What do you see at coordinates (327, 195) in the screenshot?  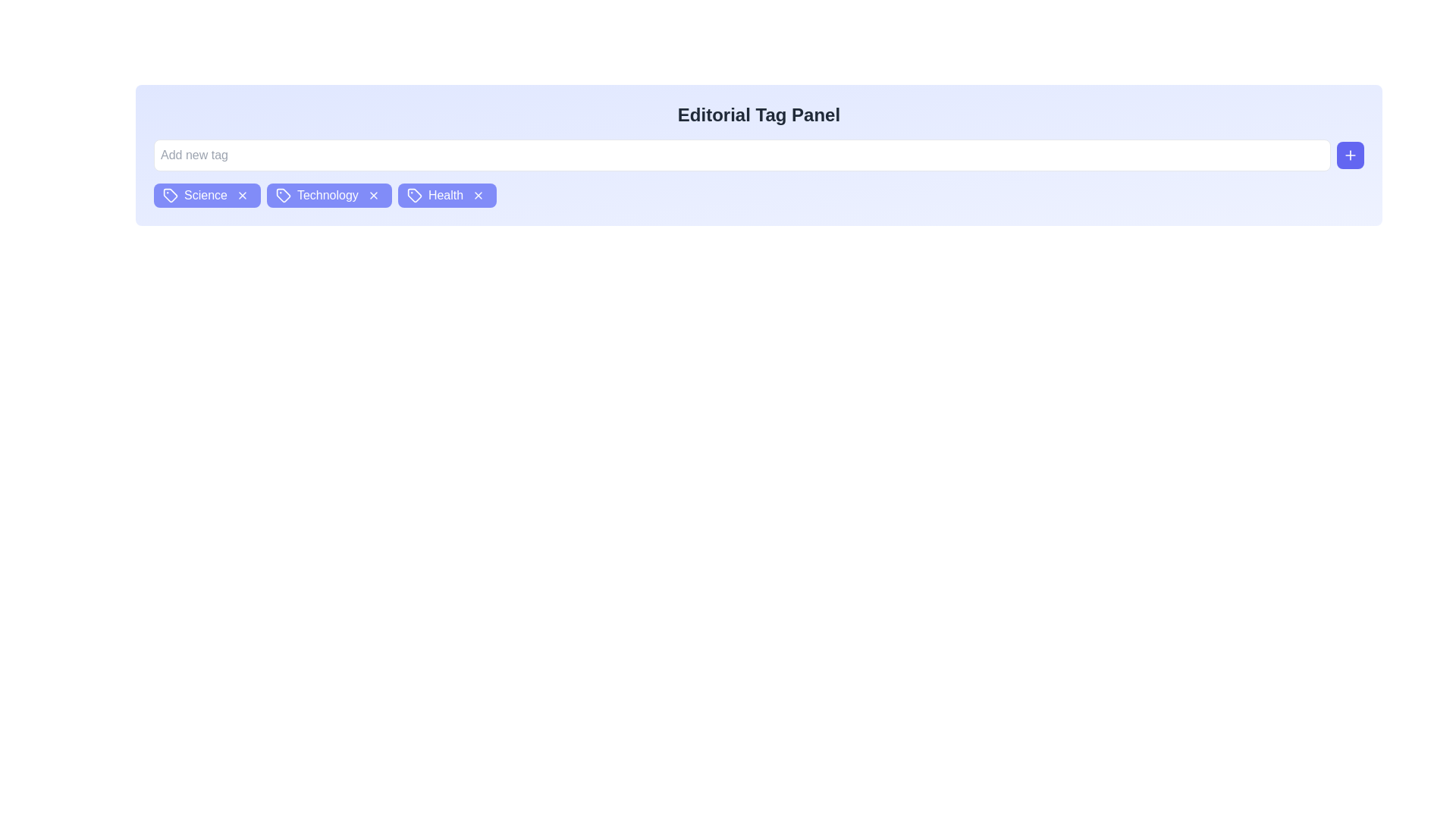 I see `the 'Technology' text label, which is the second tag in a sequence of three tags with a purple background in the Editorial Tag Panel` at bounding box center [327, 195].